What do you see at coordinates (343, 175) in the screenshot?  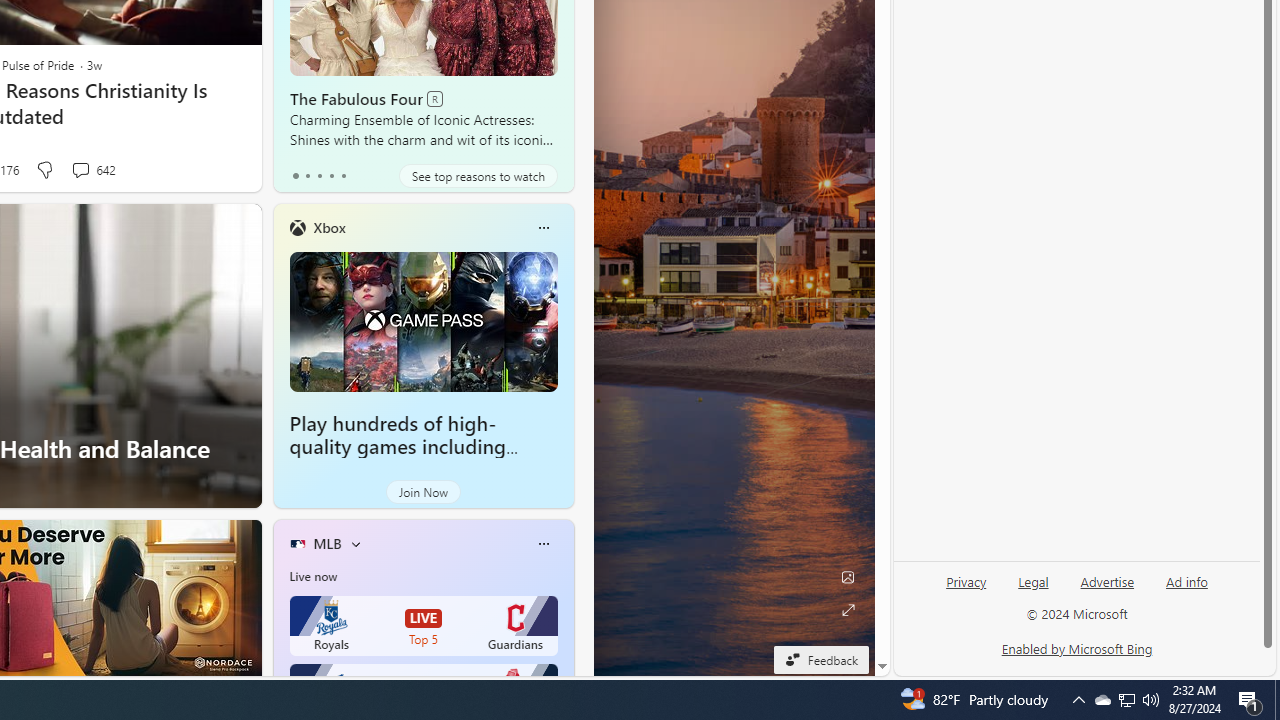 I see `'tab-4'` at bounding box center [343, 175].